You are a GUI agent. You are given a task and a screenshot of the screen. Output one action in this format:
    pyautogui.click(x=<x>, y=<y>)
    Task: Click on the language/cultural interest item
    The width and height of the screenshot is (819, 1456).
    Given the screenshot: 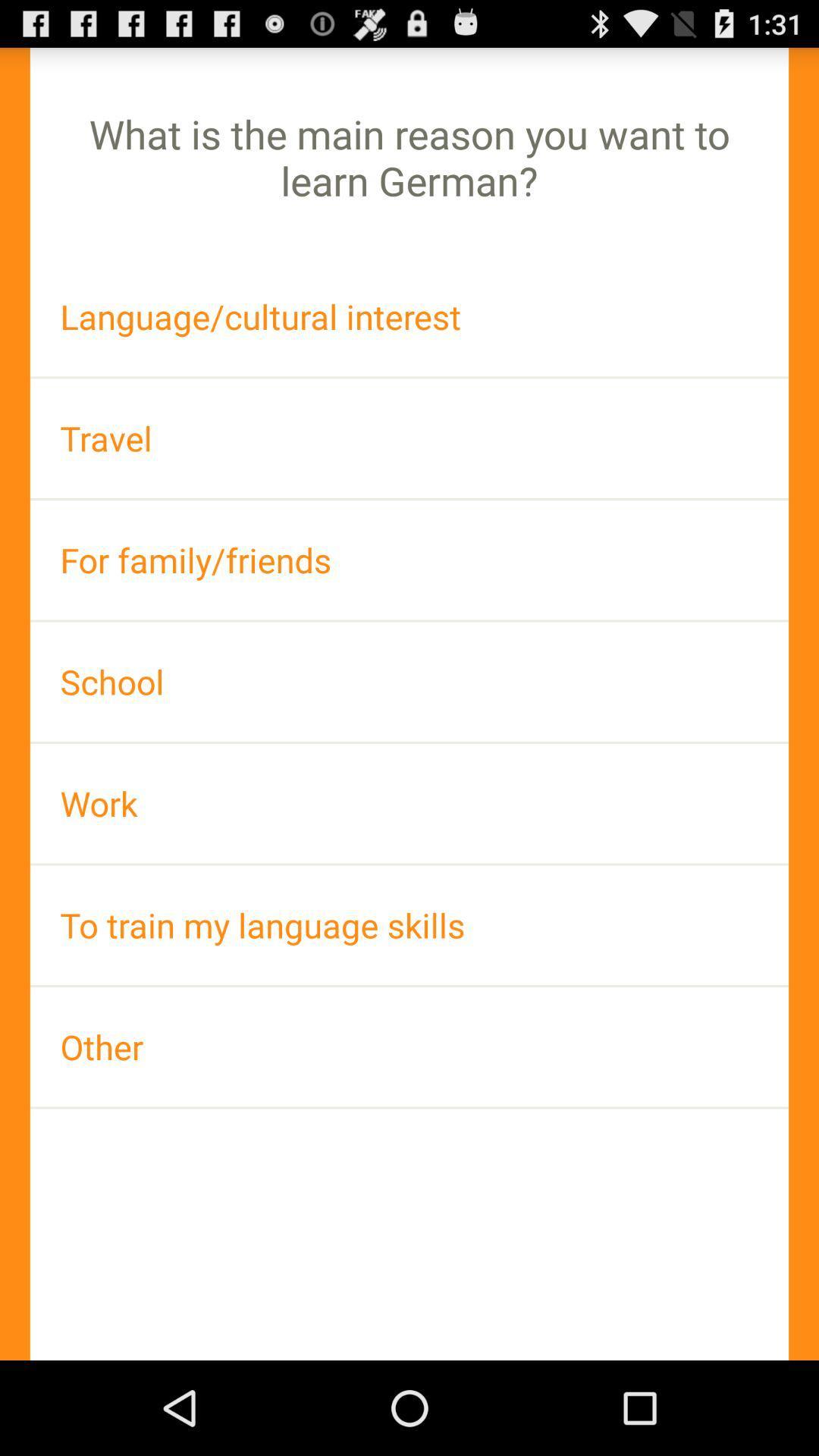 What is the action you would take?
    pyautogui.click(x=409, y=315)
    